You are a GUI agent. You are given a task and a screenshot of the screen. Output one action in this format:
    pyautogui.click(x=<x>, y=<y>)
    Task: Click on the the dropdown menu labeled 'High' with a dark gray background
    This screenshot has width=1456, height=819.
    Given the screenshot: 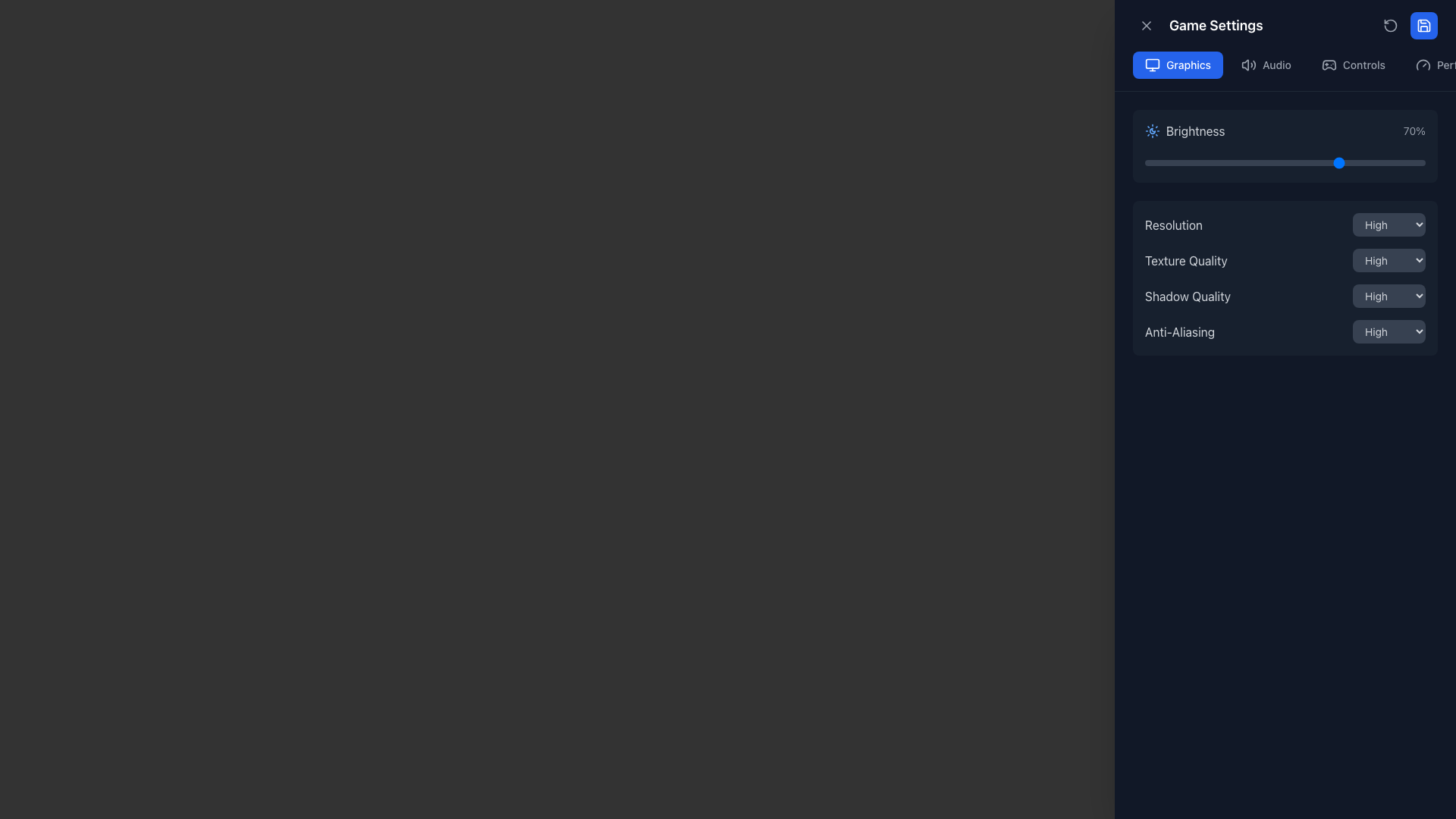 What is the action you would take?
    pyautogui.click(x=1389, y=224)
    